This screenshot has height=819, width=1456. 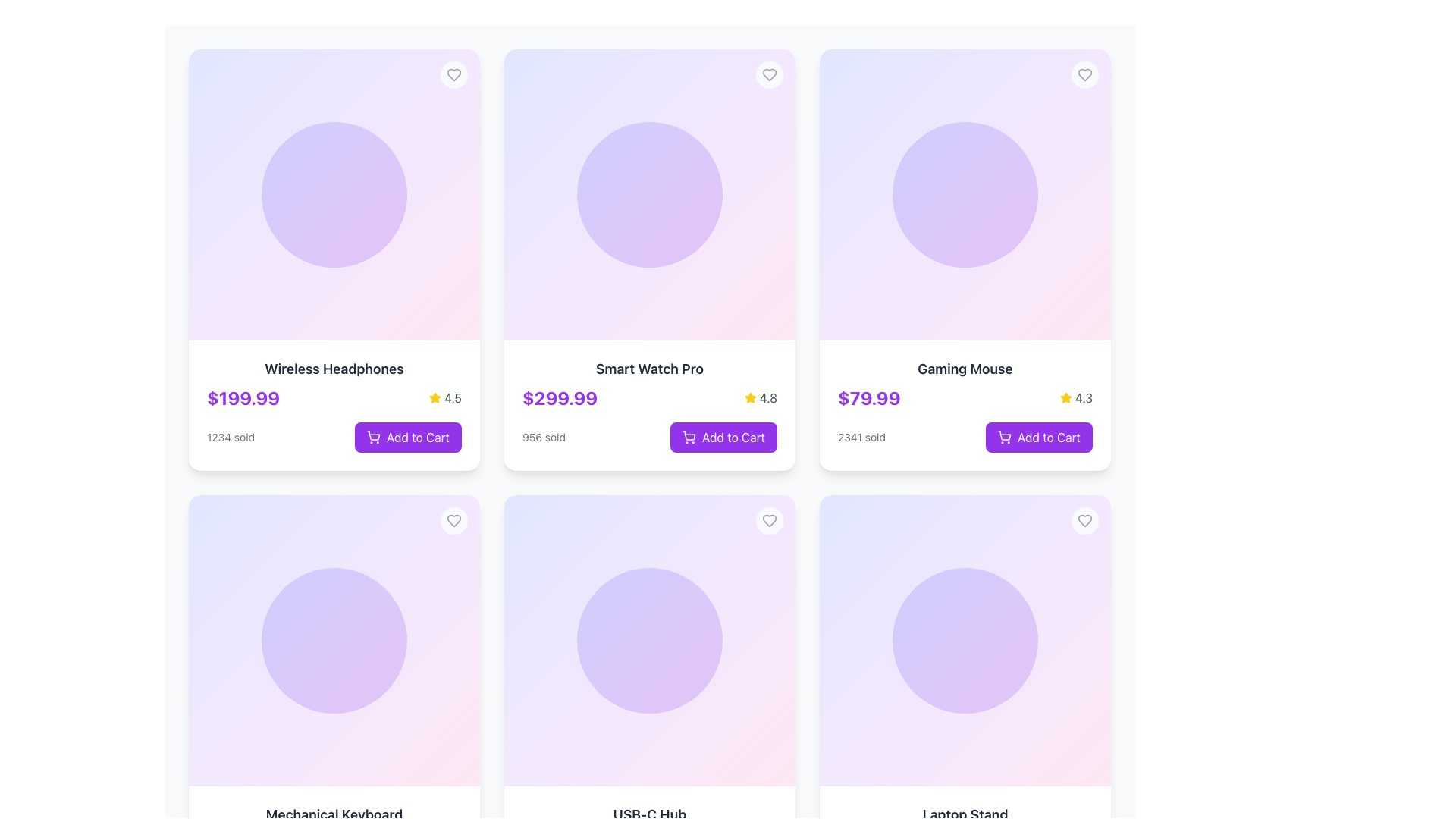 I want to click on the text label indicating the average user rating of the product 'Smart Watch Pro', located in the top-right corner next to the yellow star icon, so click(x=761, y=397).